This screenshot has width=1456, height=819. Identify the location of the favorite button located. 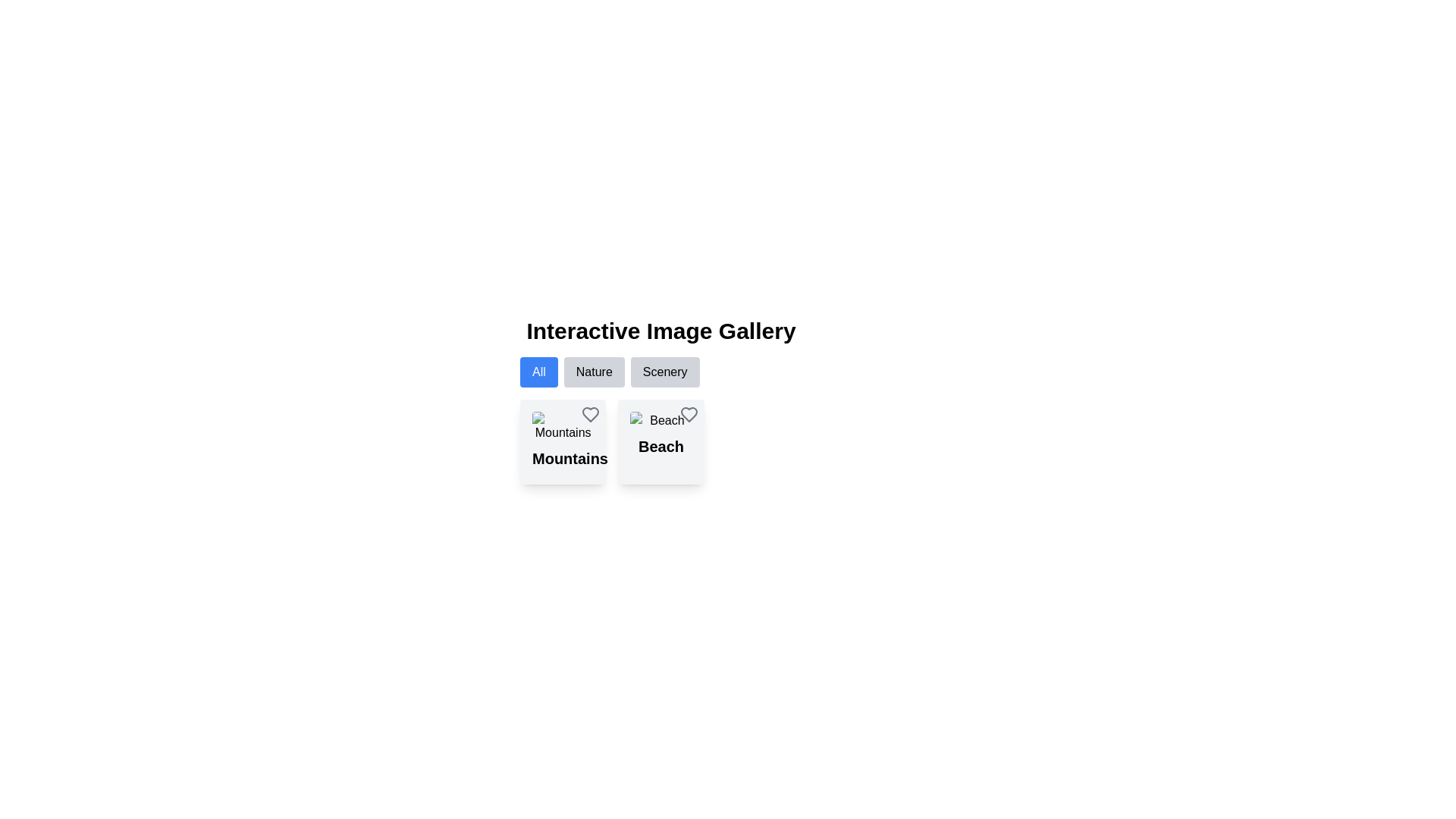
(590, 415).